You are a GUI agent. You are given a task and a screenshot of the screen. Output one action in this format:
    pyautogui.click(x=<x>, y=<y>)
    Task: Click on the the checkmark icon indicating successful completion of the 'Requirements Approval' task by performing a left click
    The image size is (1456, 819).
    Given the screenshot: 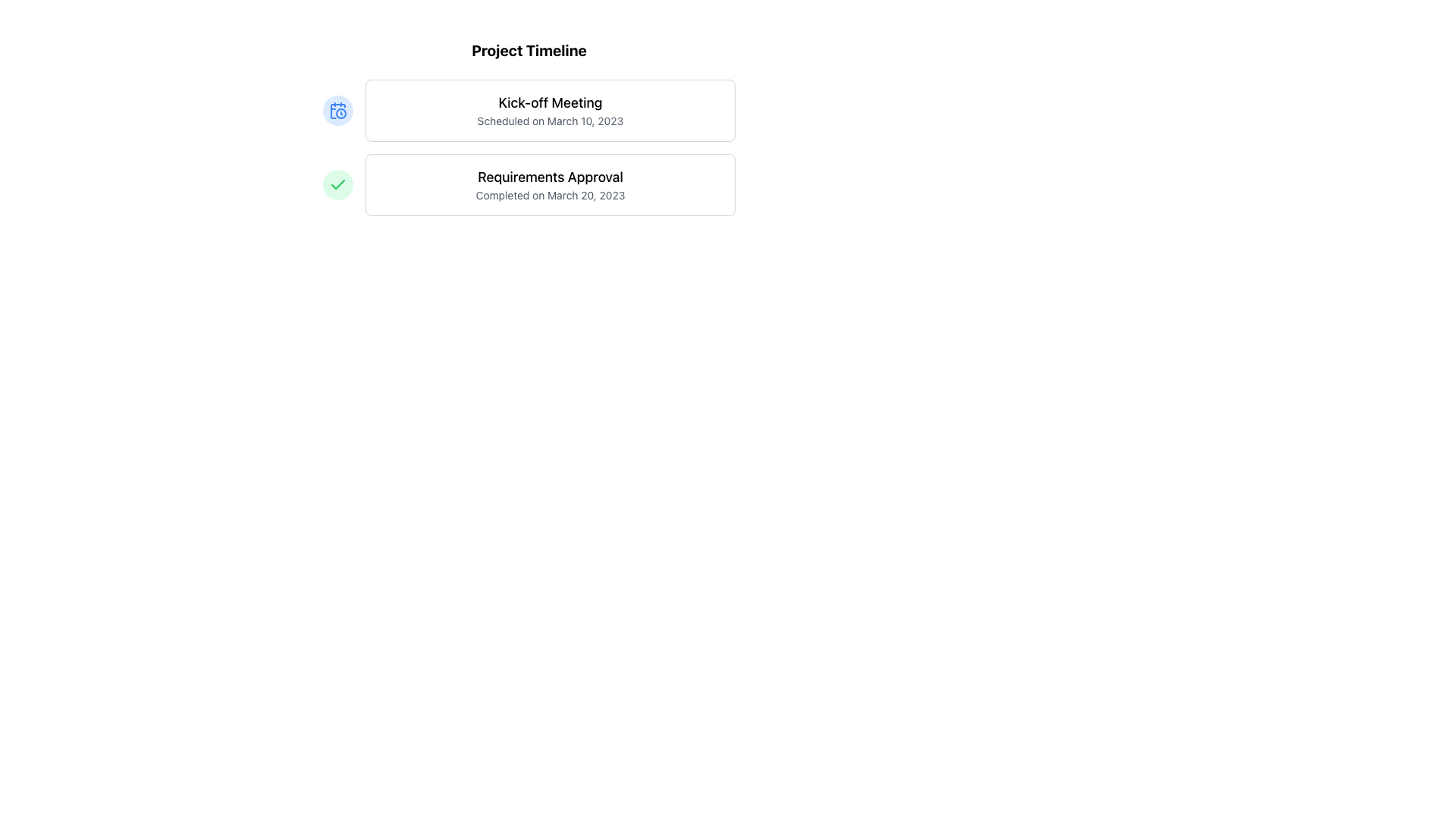 What is the action you would take?
    pyautogui.click(x=337, y=184)
    